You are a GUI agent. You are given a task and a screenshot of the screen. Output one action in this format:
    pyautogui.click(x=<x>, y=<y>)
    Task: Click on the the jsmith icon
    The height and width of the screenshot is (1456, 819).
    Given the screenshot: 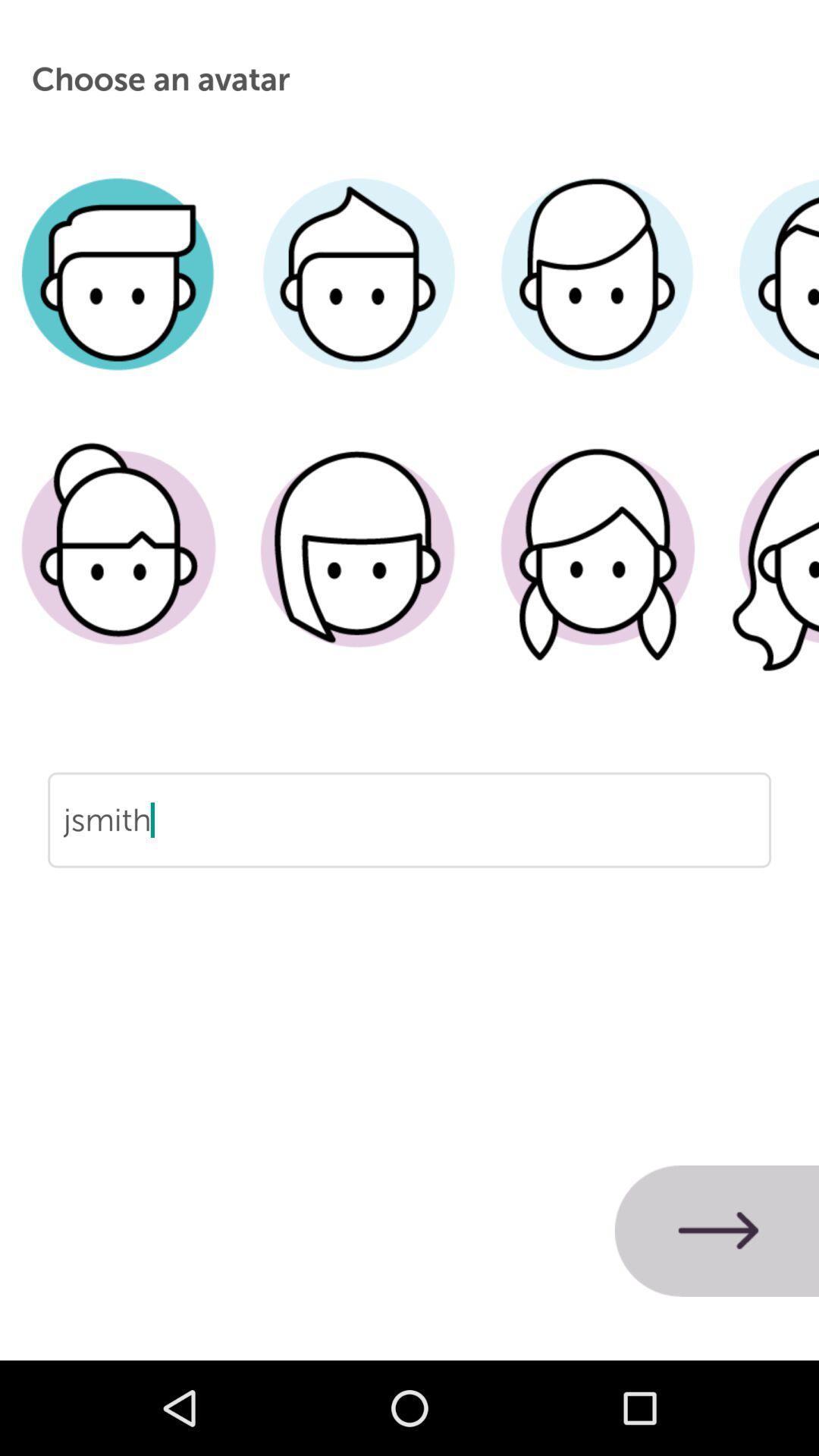 What is the action you would take?
    pyautogui.click(x=409, y=868)
    